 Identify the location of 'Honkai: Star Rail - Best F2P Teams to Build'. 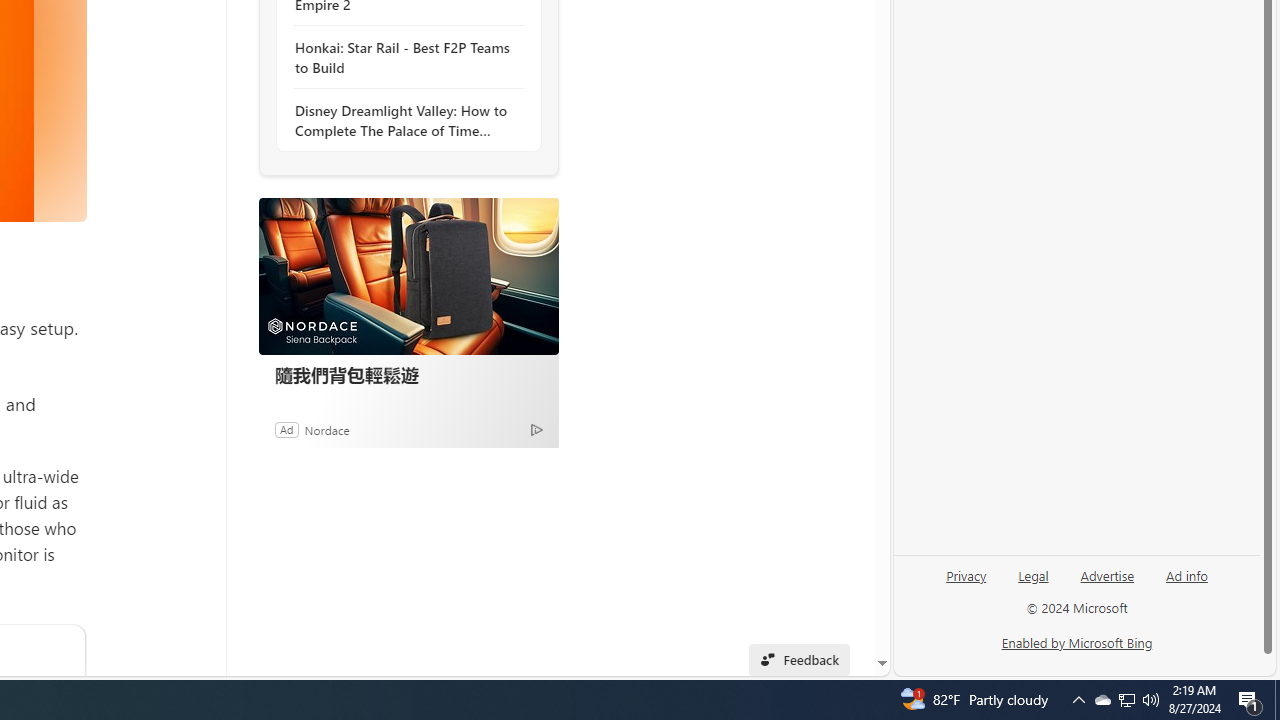
(402, 56).